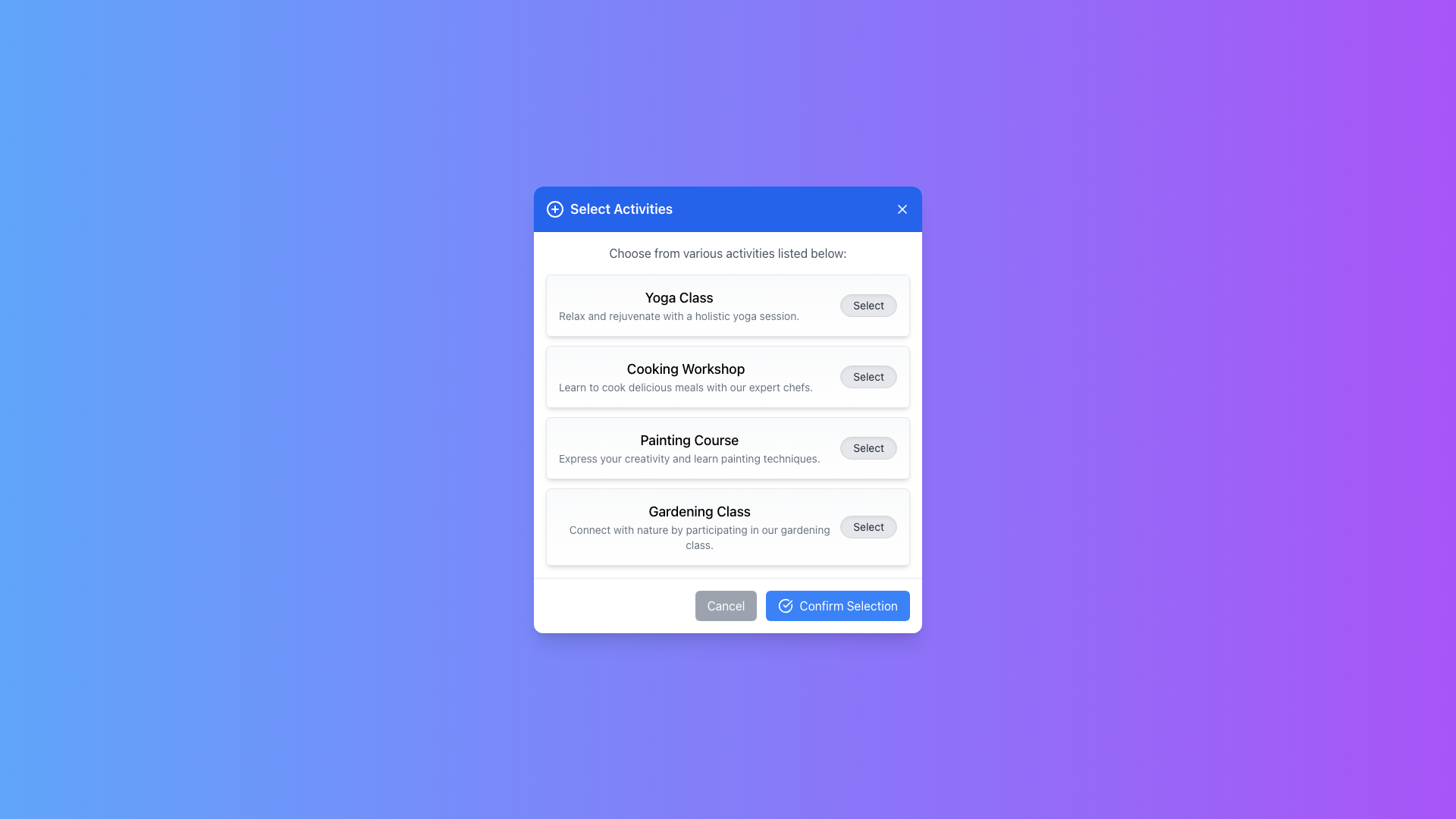 The width and height of the screenshot is (1456, 819). I want to click on text content of the 'Painting Course' descriptor label, which is the third entry in a vertical list between 'Cooking Workshop' and 'Gardening Class', so click(689, 447).